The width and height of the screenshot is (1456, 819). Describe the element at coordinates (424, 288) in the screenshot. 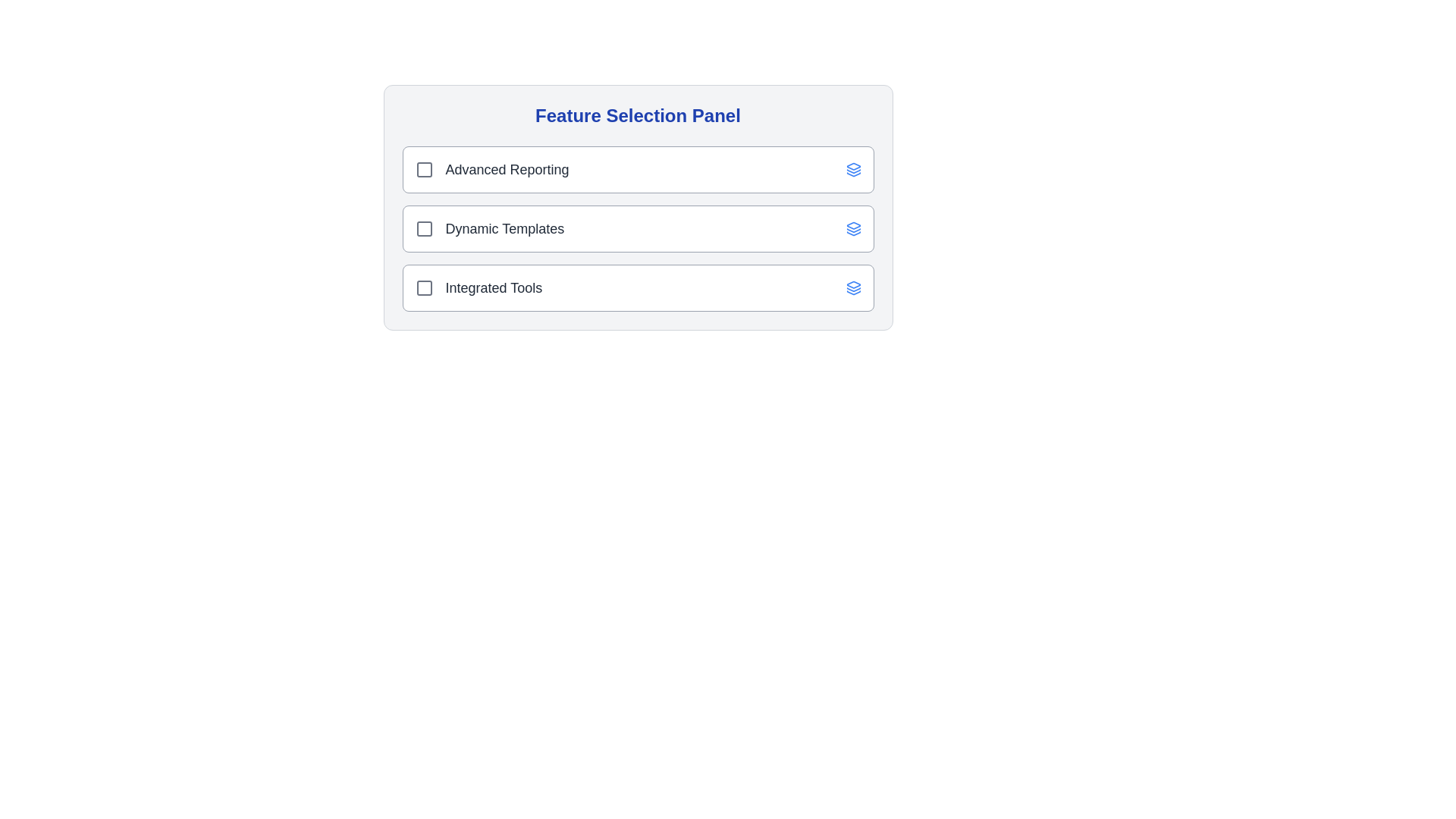

I see `the checkbox for 'Integrated Tools' located in the third row of the 'Feature Selection Panel'` at that location.